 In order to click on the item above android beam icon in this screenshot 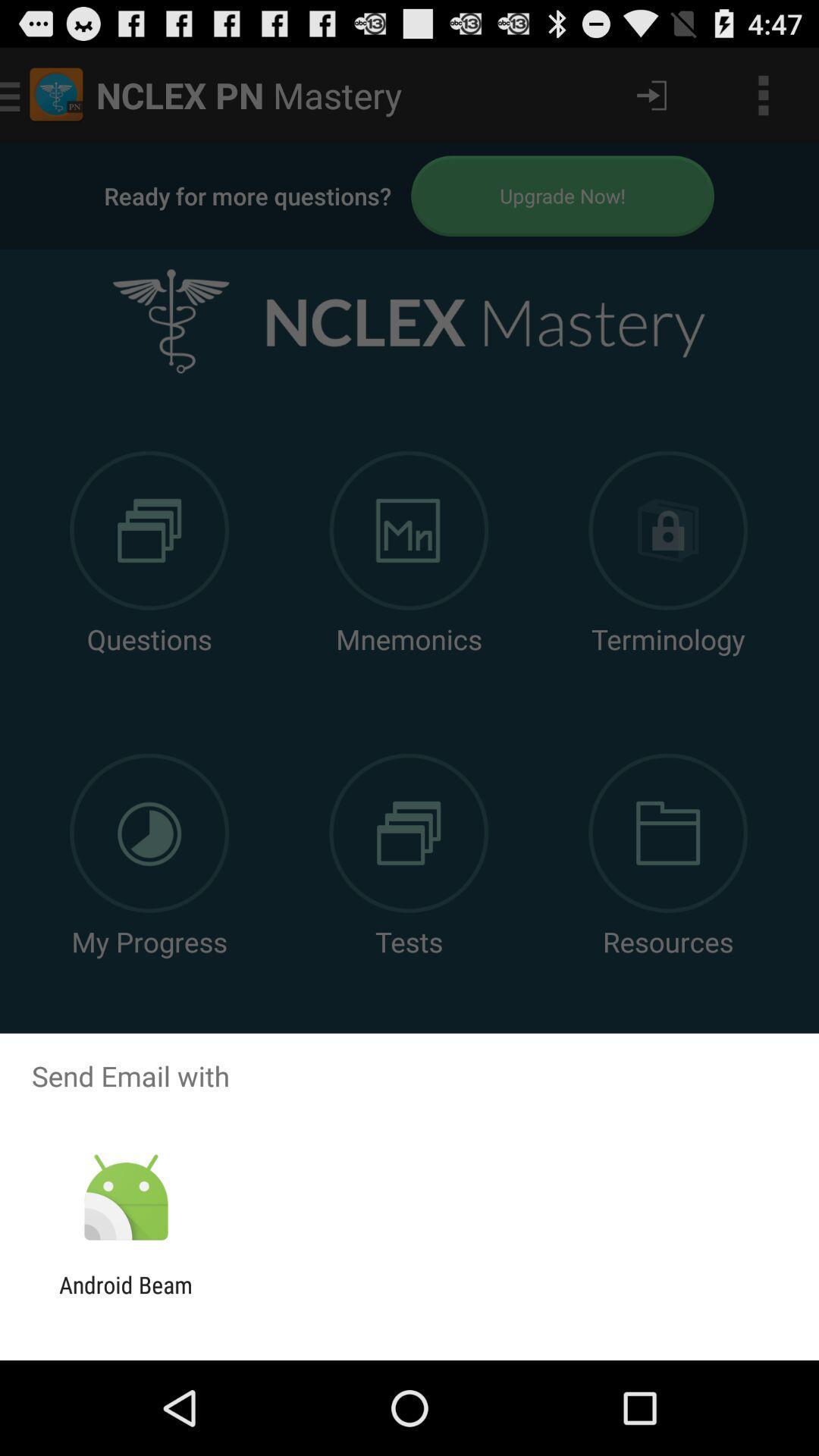, I will do `click(125, 1197)`.